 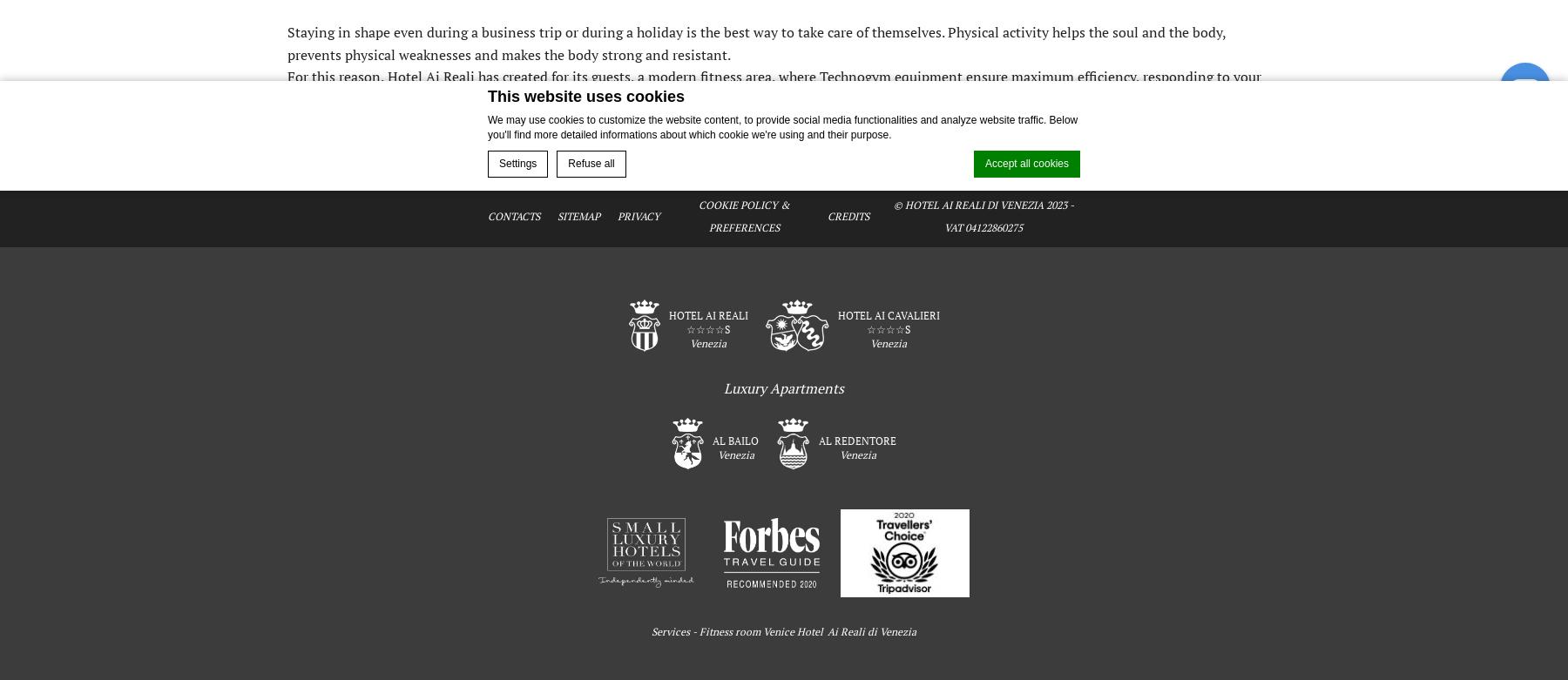 I want to click on 'Hotel Ai Reali', so click(x=707, y=314).